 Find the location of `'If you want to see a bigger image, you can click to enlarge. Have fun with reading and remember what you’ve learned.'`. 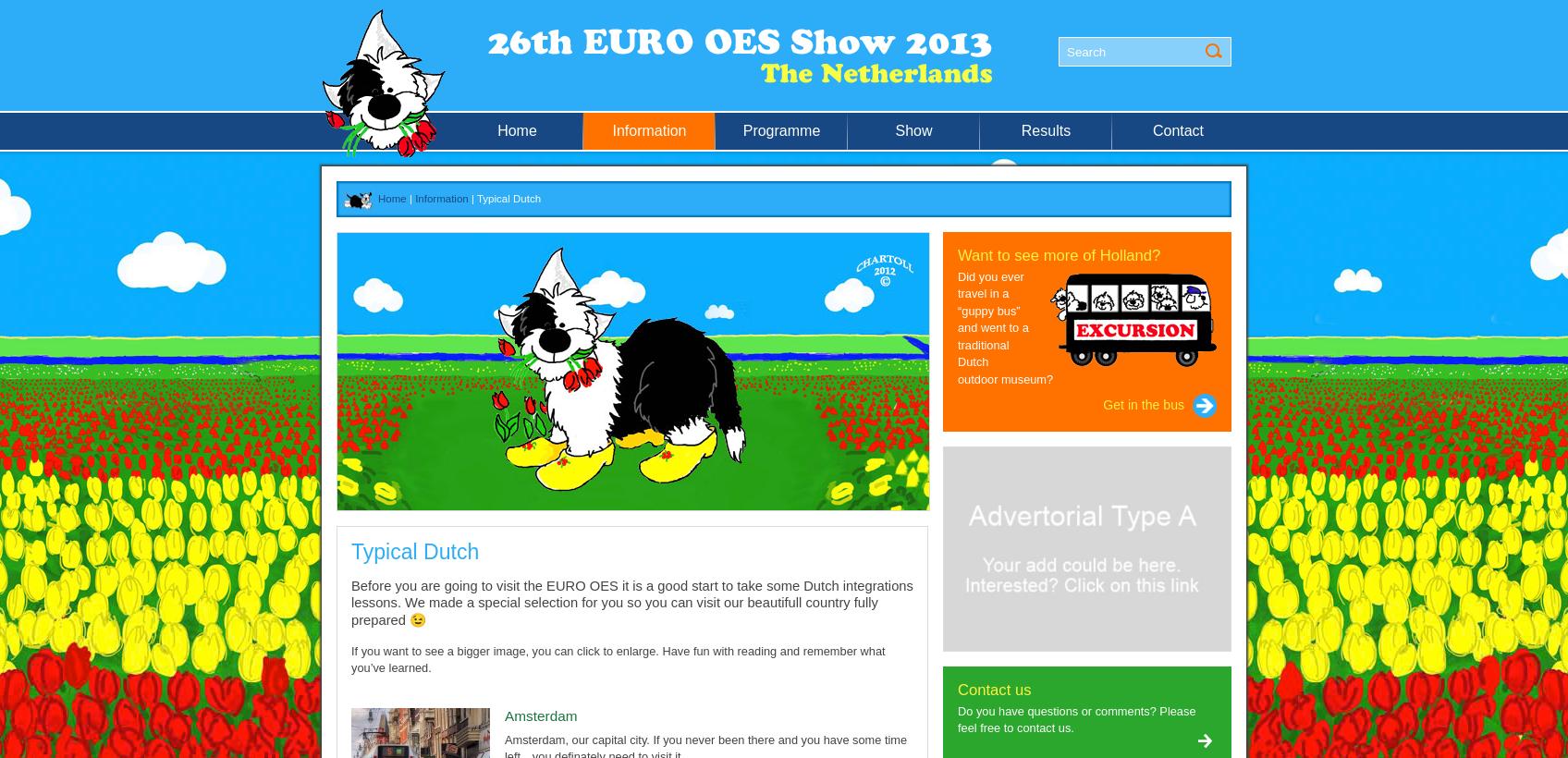

'If you want to see a bigger image, you can click to enlarge. Have fun with reading and remember what you’ve learned.' is located at coordinates (617, 658).